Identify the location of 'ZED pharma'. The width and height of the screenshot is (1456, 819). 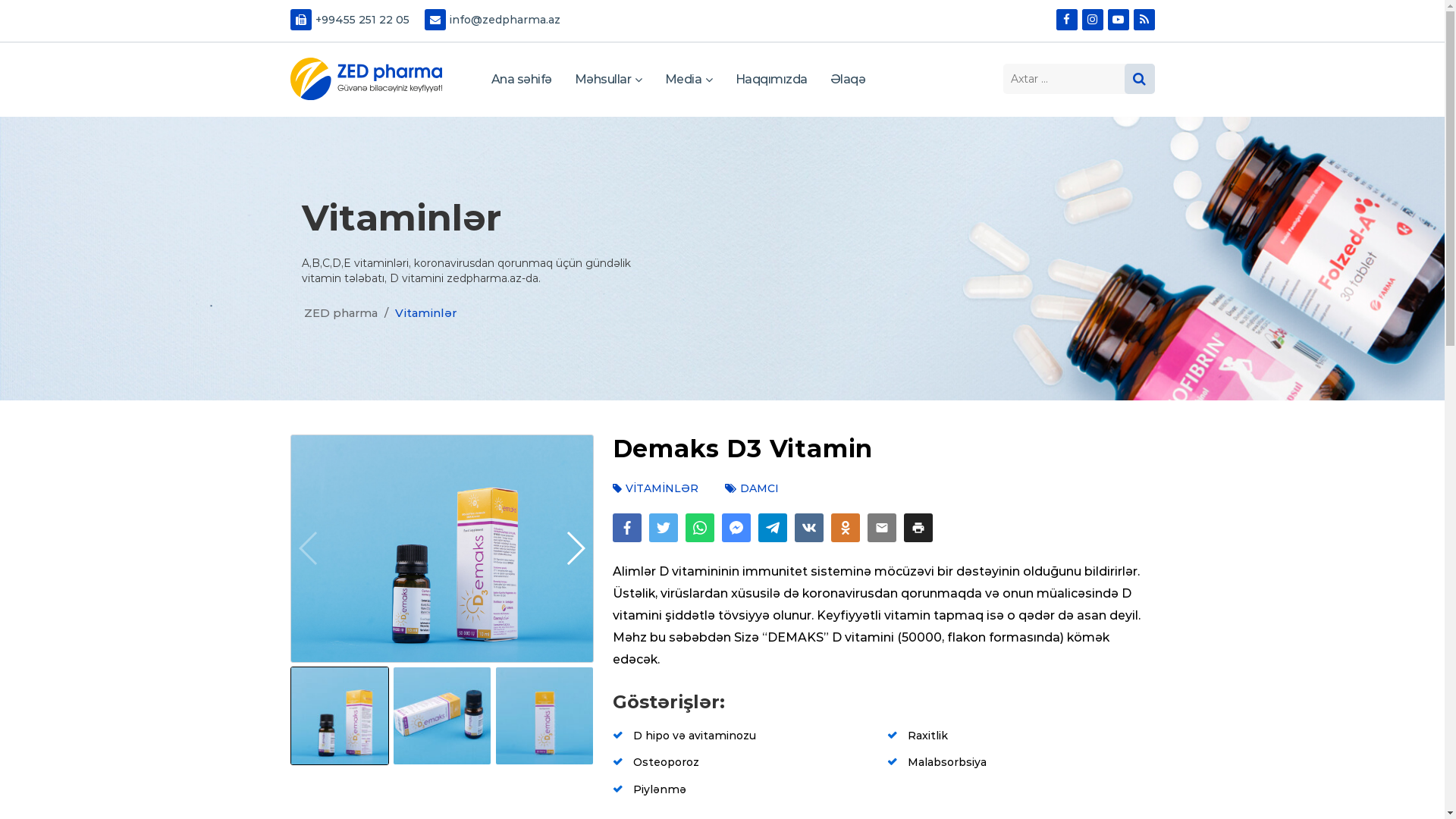
(365, 79).